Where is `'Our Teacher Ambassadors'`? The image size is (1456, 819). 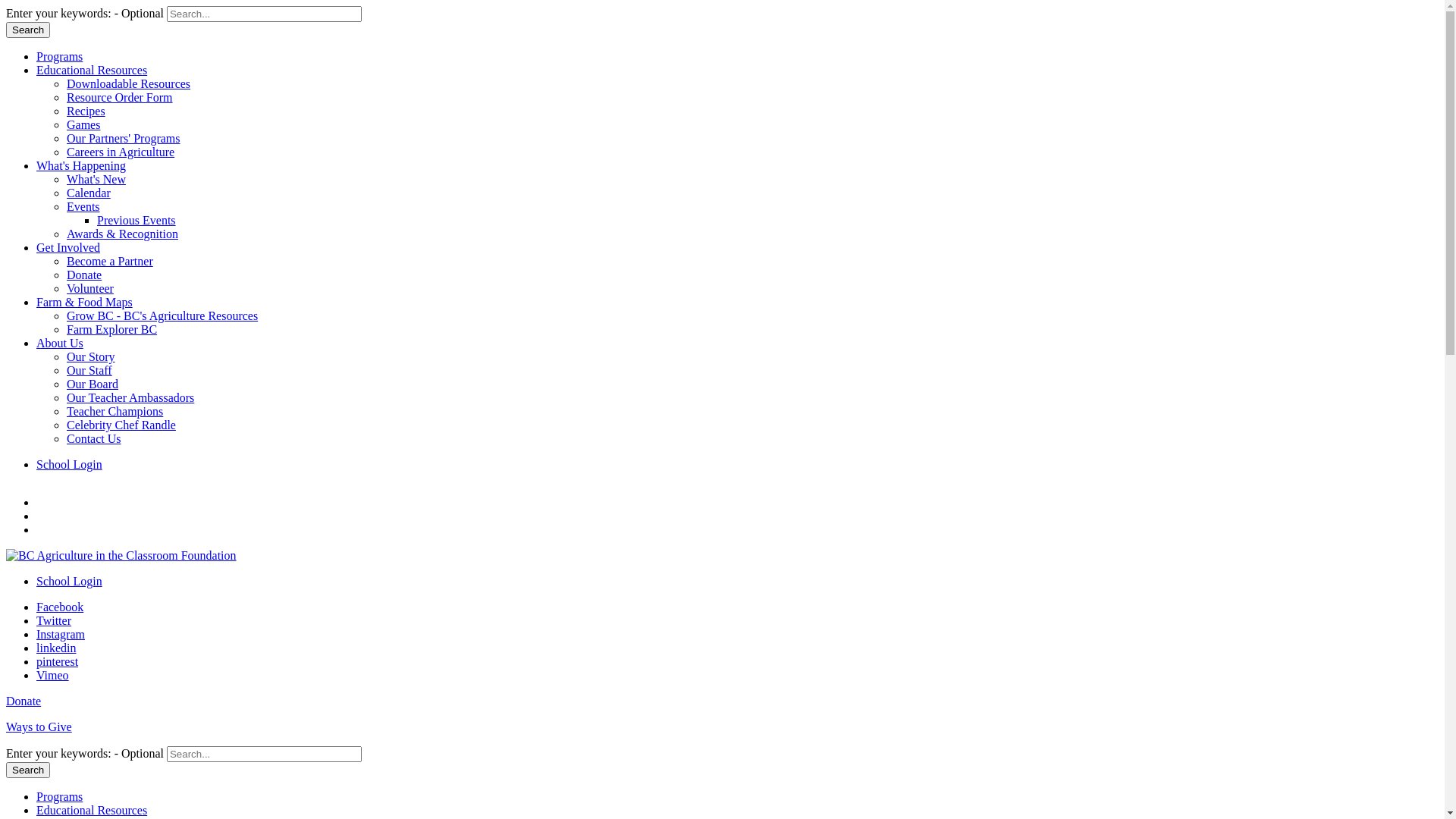
'Our Teacher Ambassadors' is located at coordinates (130, 397).